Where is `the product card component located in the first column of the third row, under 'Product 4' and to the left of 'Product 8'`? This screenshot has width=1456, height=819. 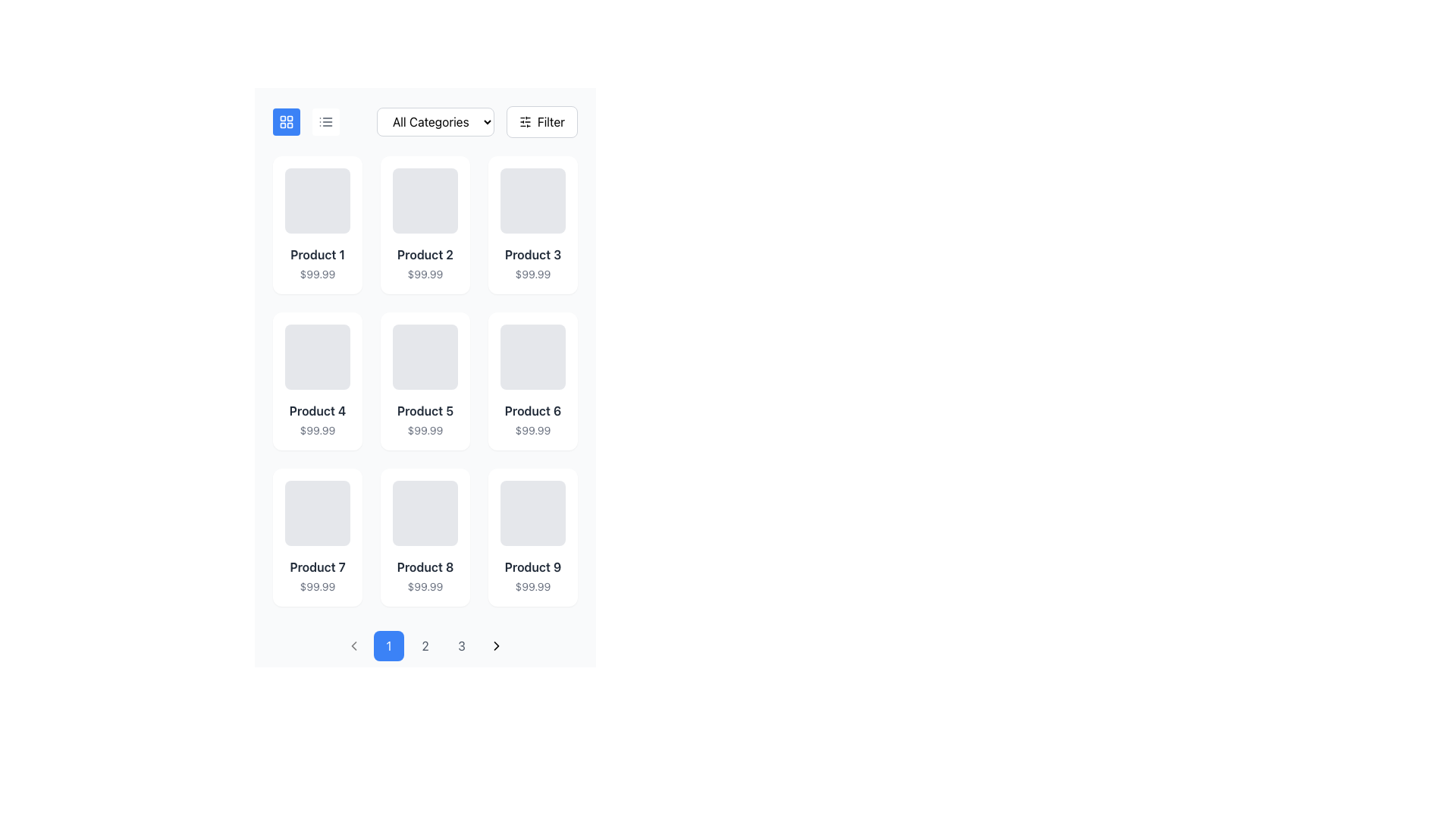 the product card component located in the first column of the third row, under 'Product 4' and to the left of 'Product 8' is located at coordinates (316, 537).